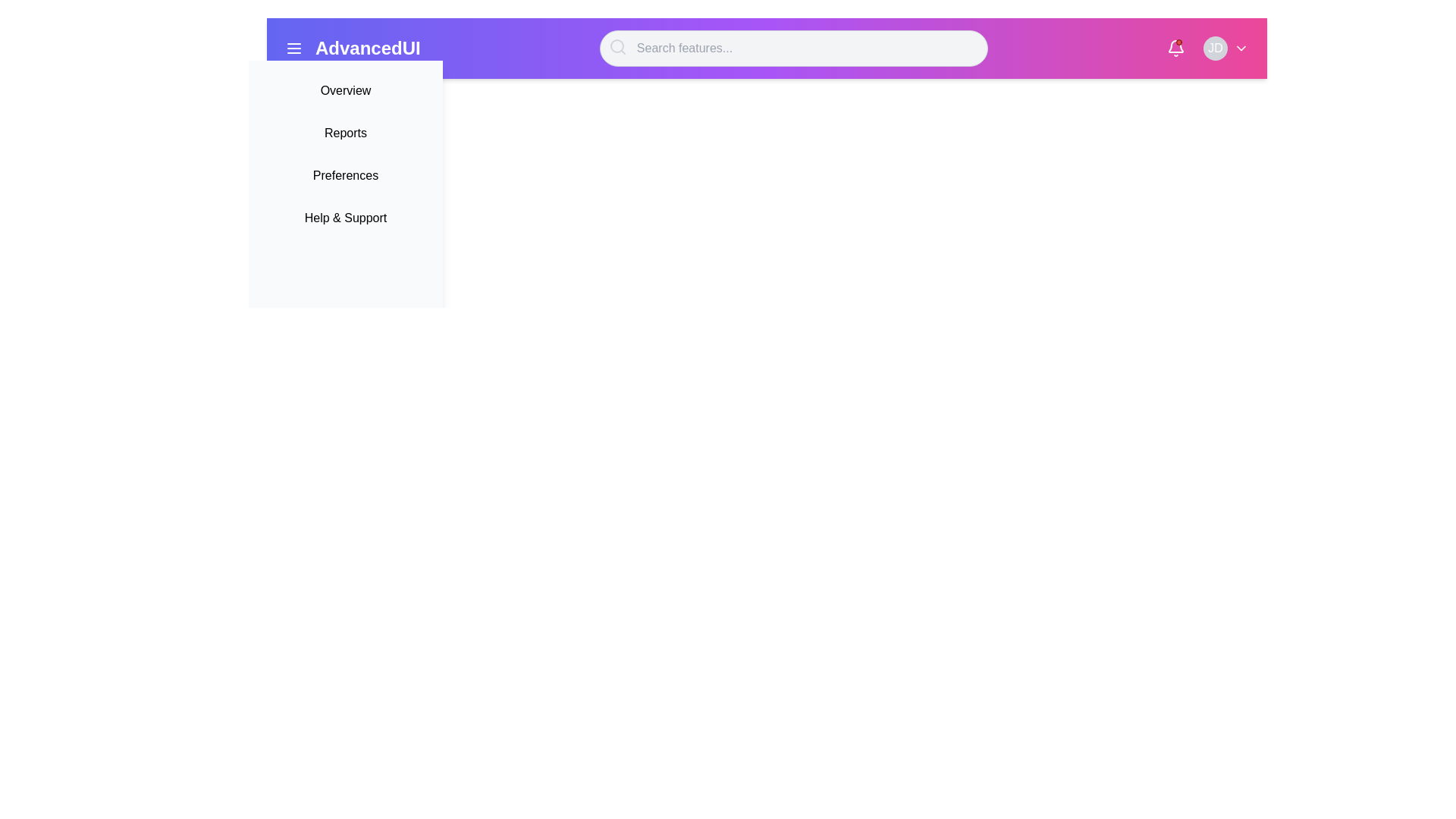 This screenshot has width=1456, height=819. What do you see at coordinates (345, 218) in the screenshot?
I see `the 'Help & Support' text label which is the fourth item in the vertical menu list under 'AdvancedUI'` at bounding box center [345, 218].